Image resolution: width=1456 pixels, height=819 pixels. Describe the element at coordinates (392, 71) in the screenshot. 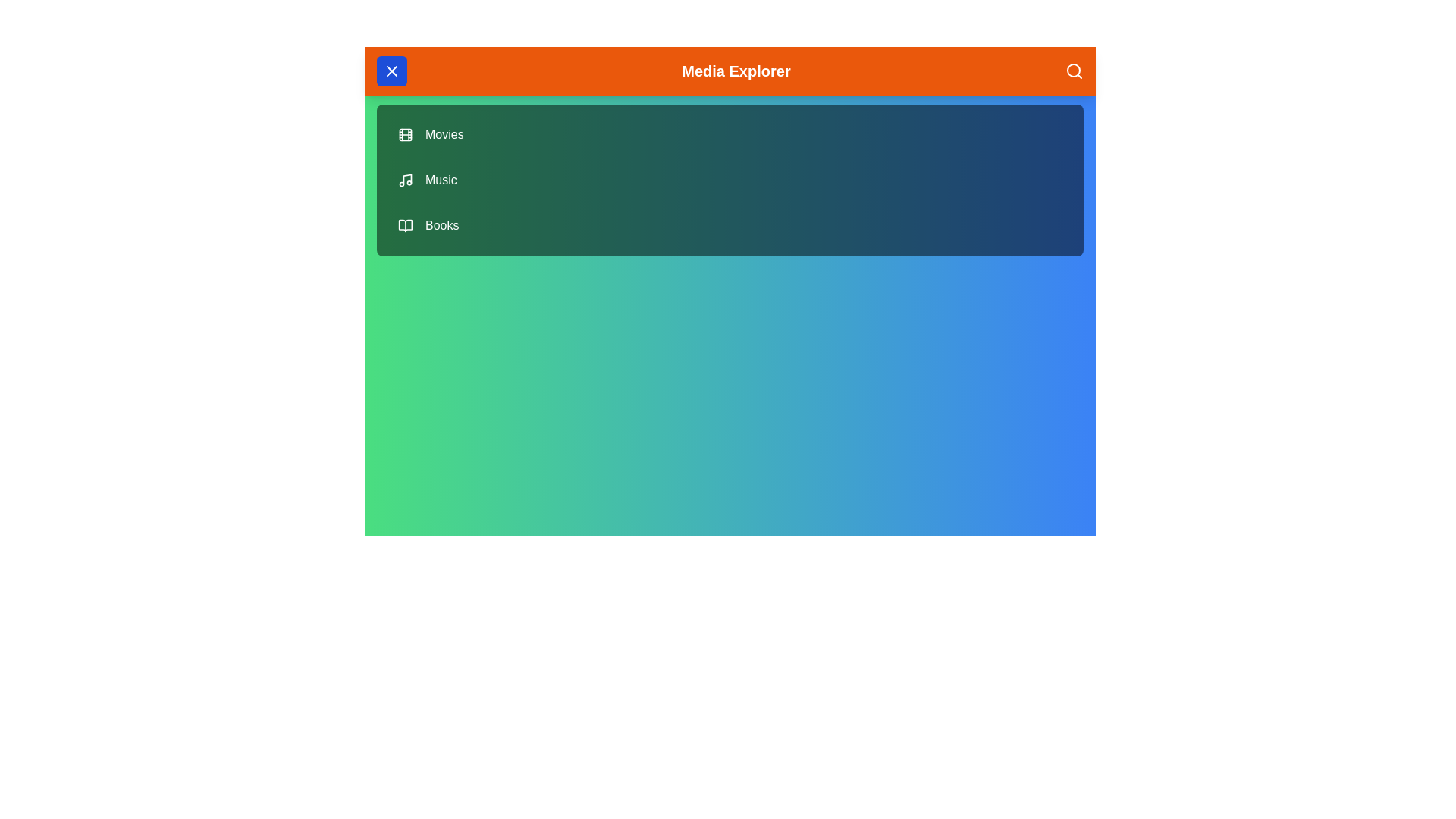

I see `the toggle button to change the menu visibility` at that location.